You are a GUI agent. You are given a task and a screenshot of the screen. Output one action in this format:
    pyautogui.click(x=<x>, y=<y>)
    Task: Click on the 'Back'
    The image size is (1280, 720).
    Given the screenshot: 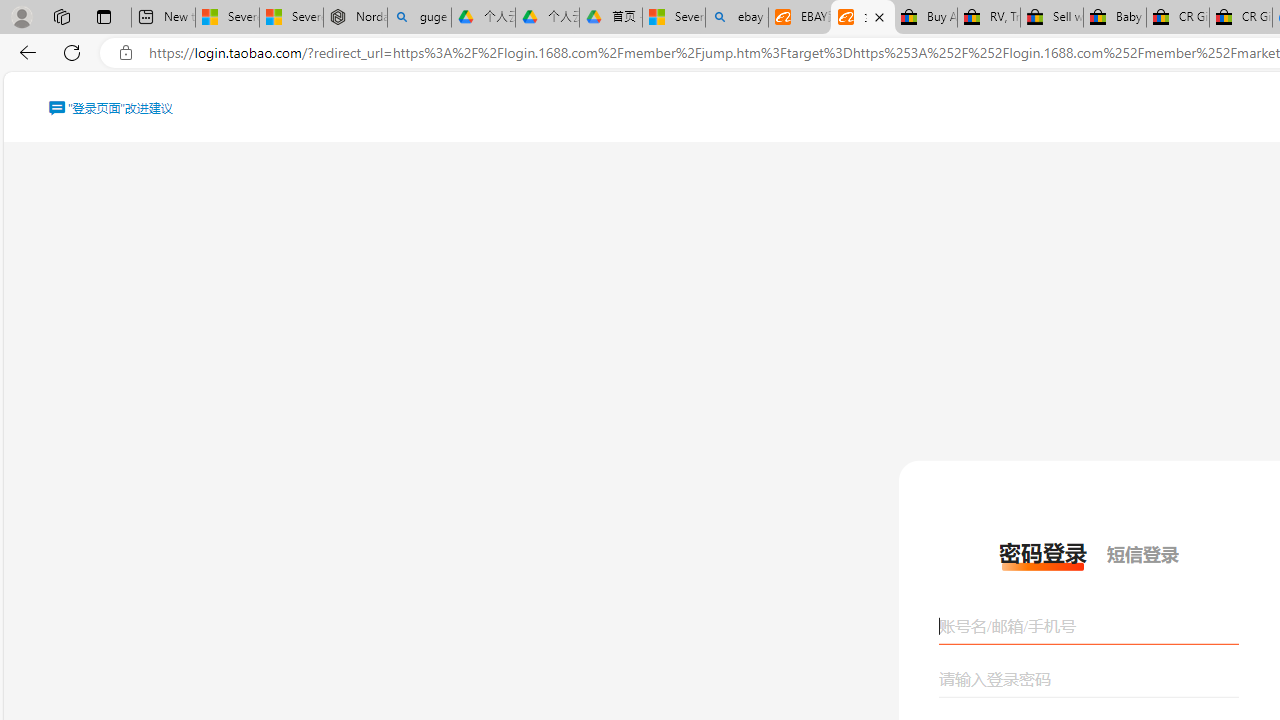 What is the action you would take?
    pyautogui.click(x=24, y=51)
    